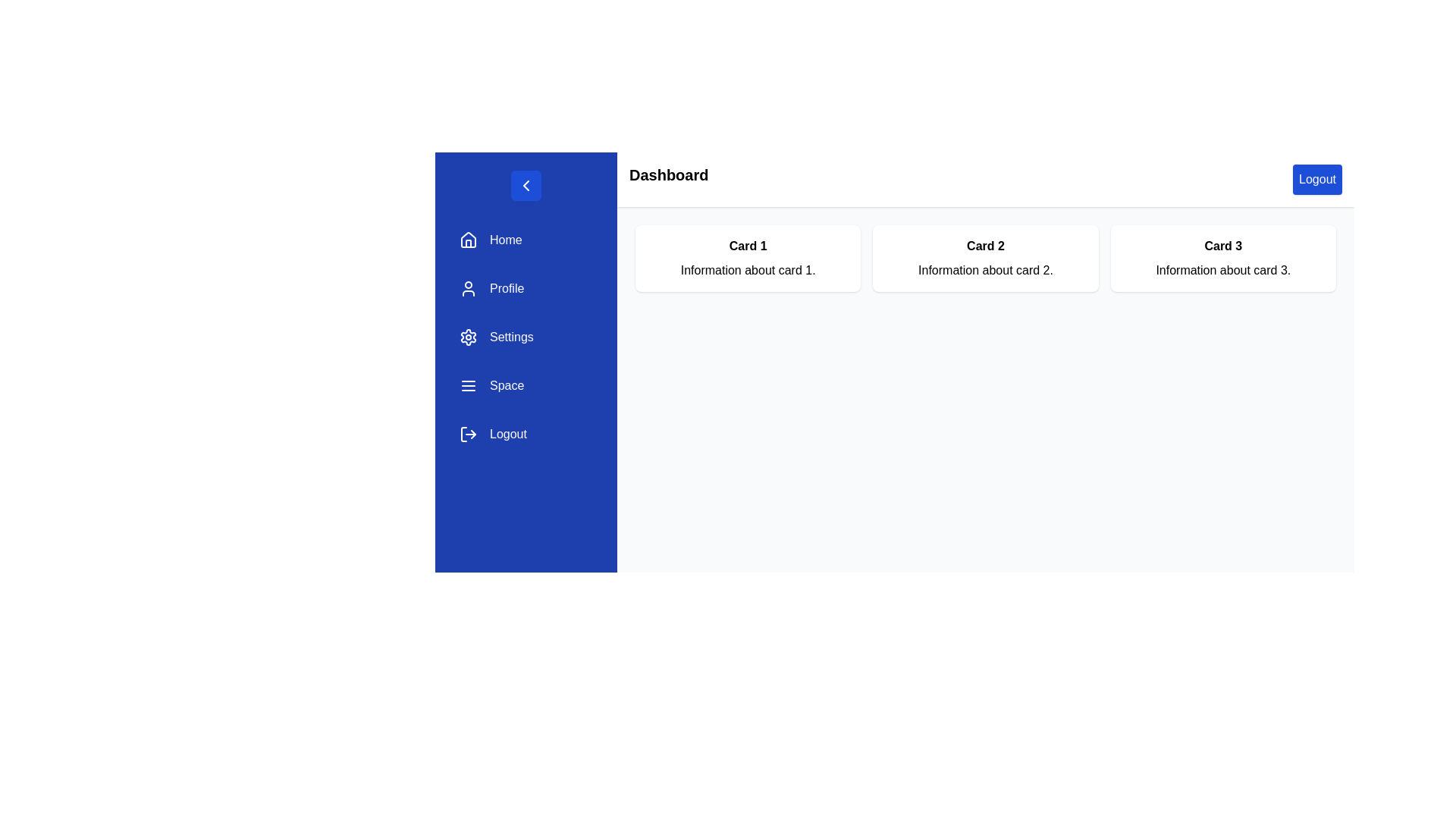 The height and width of the screenshot is (819, 1456). I want to click on the text label displaying 'Card 3', which is bold and located at the top of the rightmost card in a set of three cards, so click(1223, 245).